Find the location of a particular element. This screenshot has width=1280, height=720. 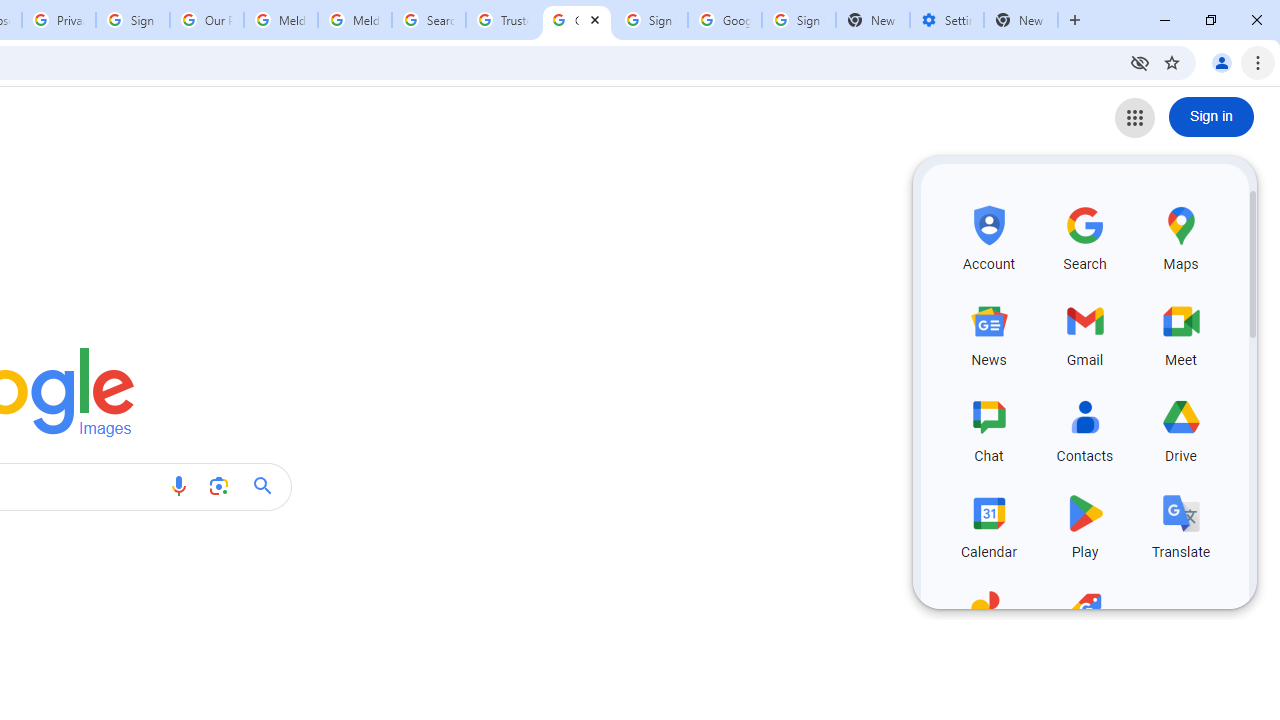

'Sign in - Google Accounts' is located at coordinates (651, 20).